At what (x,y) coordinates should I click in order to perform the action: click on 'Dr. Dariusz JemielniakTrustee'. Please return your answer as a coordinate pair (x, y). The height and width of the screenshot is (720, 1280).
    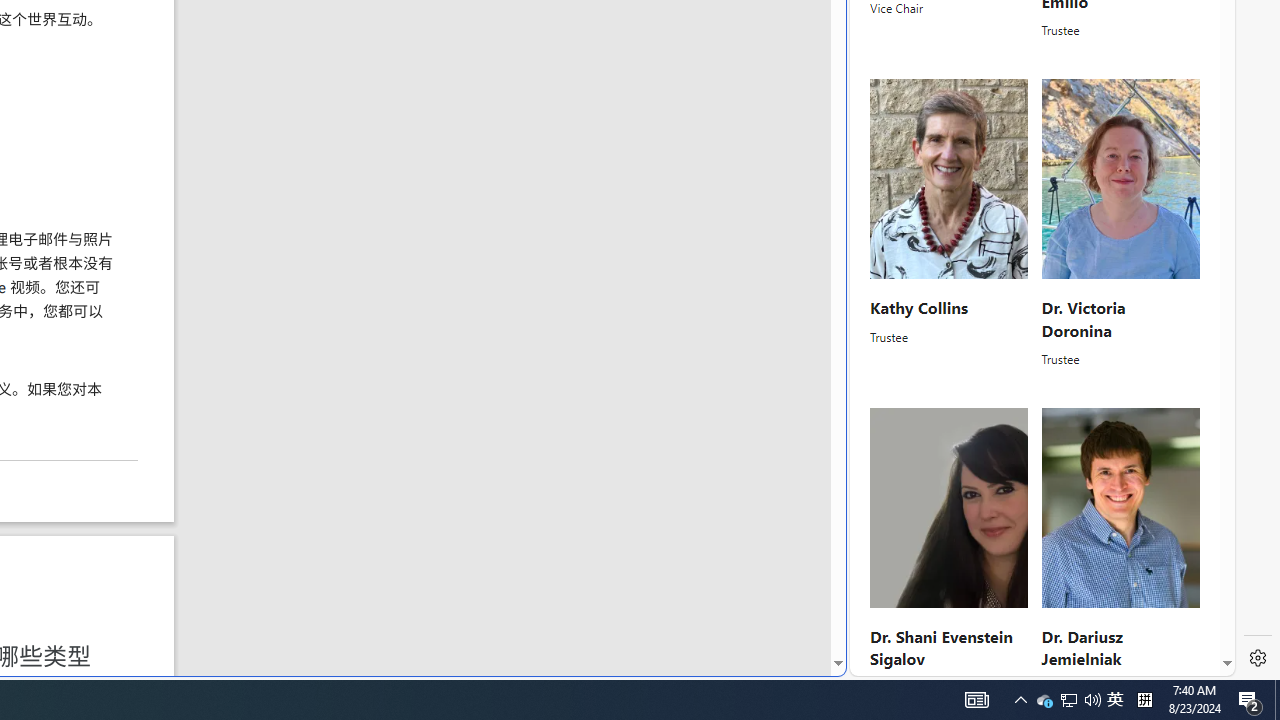
    Looking at the image, I should click on (1120, 552).